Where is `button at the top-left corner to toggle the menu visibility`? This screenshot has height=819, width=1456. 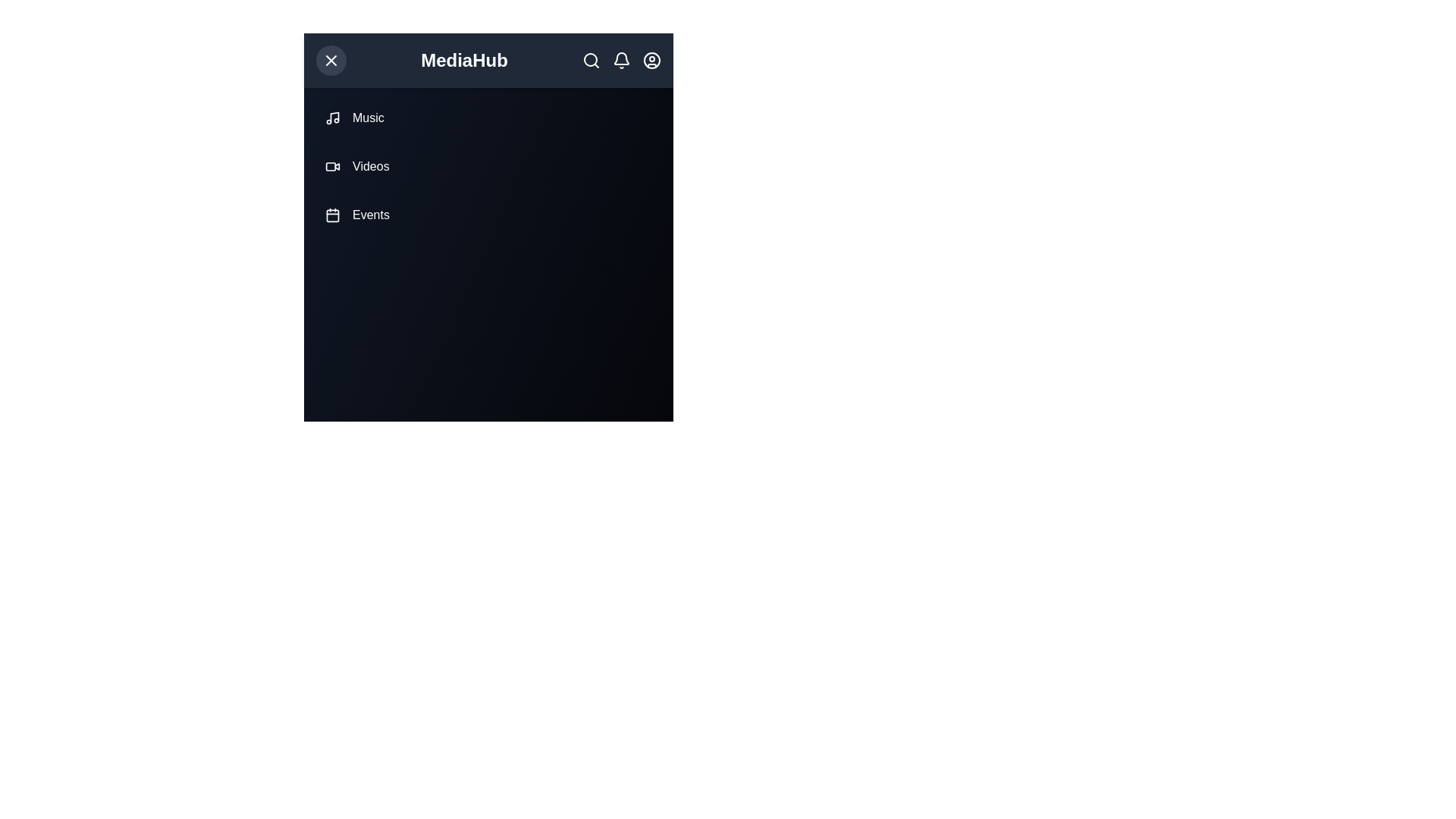
button at the top-left corner to toggle the menu visibility is located at coordinates (330, 60).